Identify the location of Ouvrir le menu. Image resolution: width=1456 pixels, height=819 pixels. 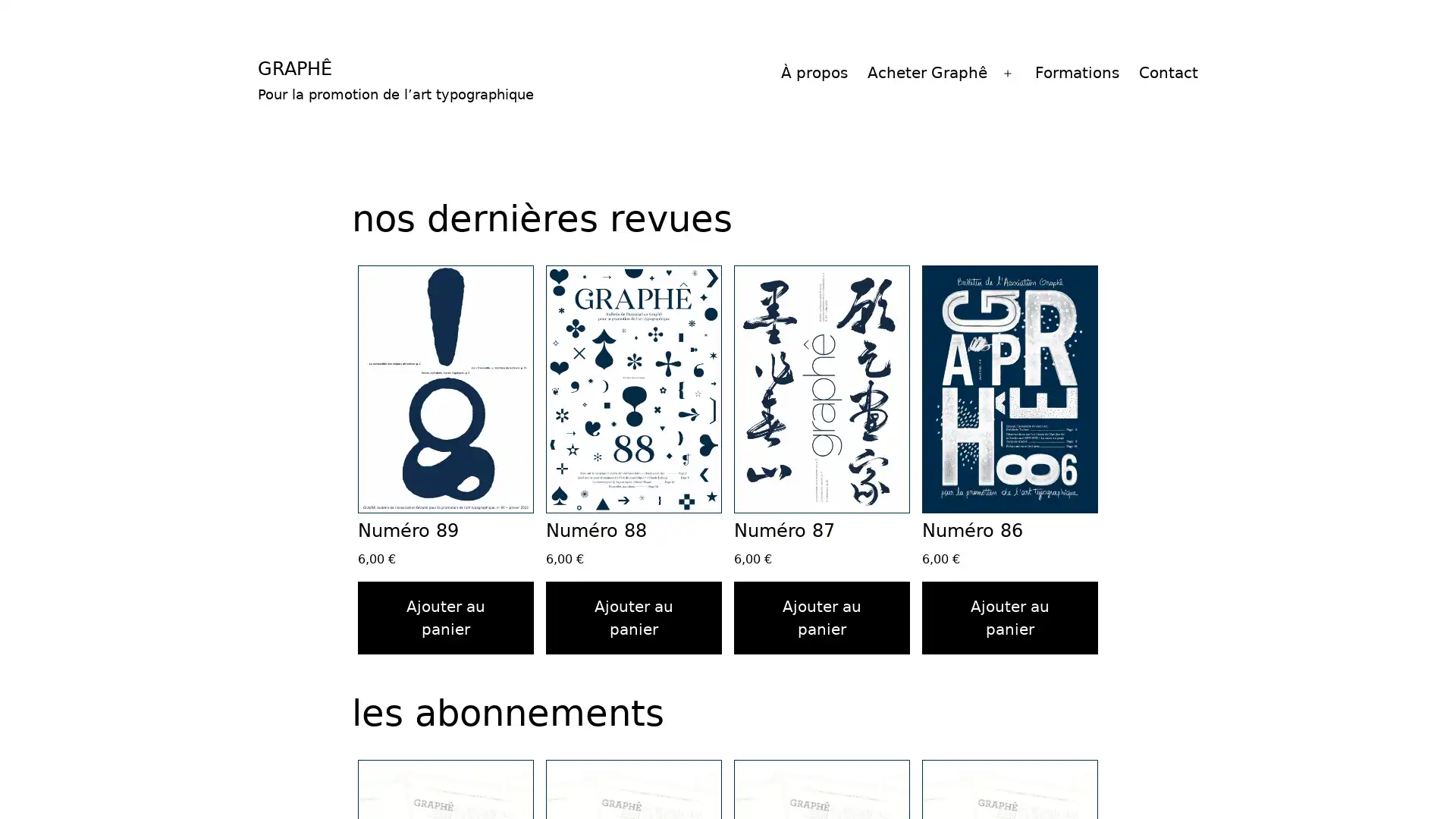
(1008, 73).